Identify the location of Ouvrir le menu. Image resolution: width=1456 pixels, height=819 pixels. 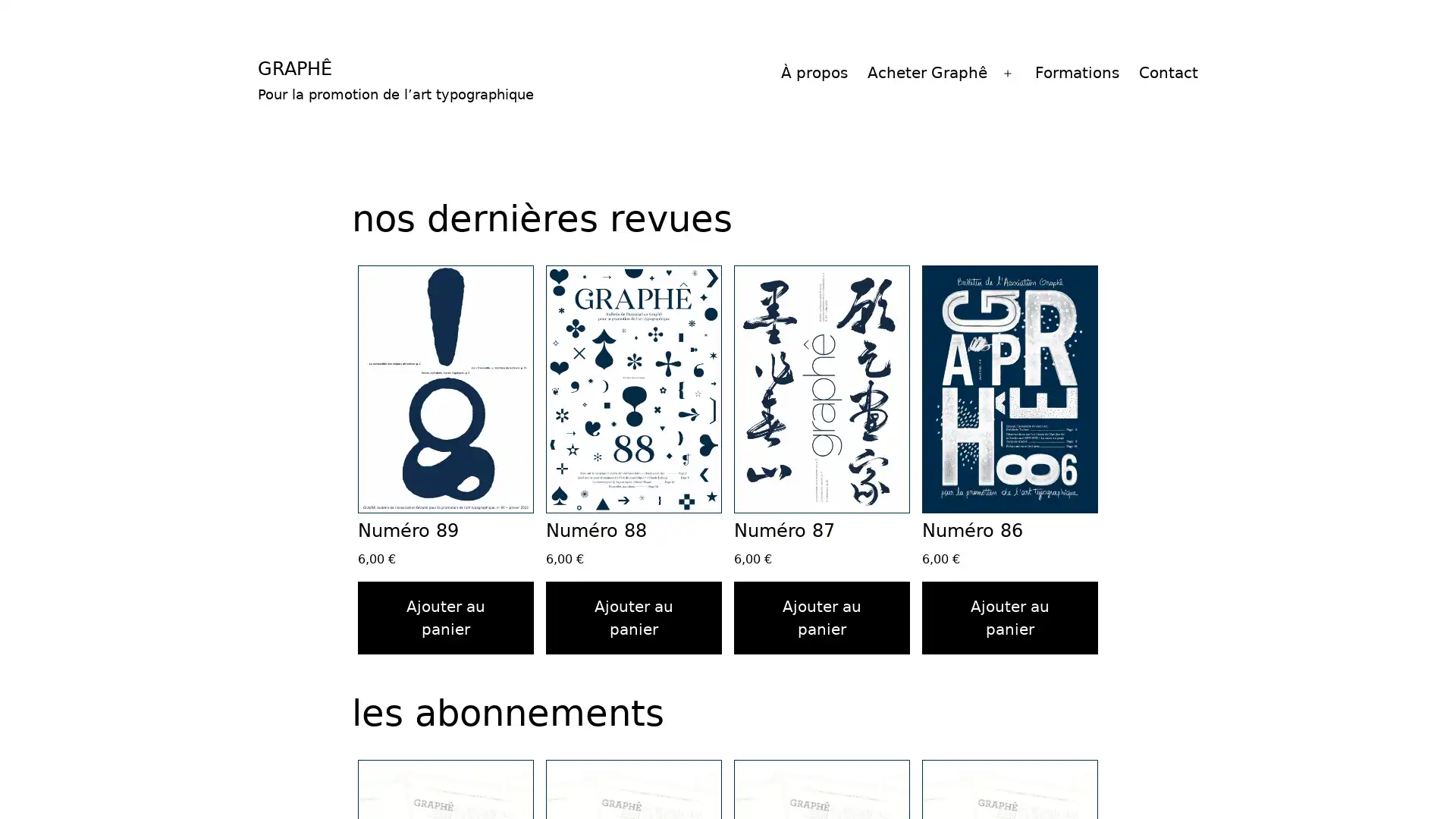
(1008, 73).